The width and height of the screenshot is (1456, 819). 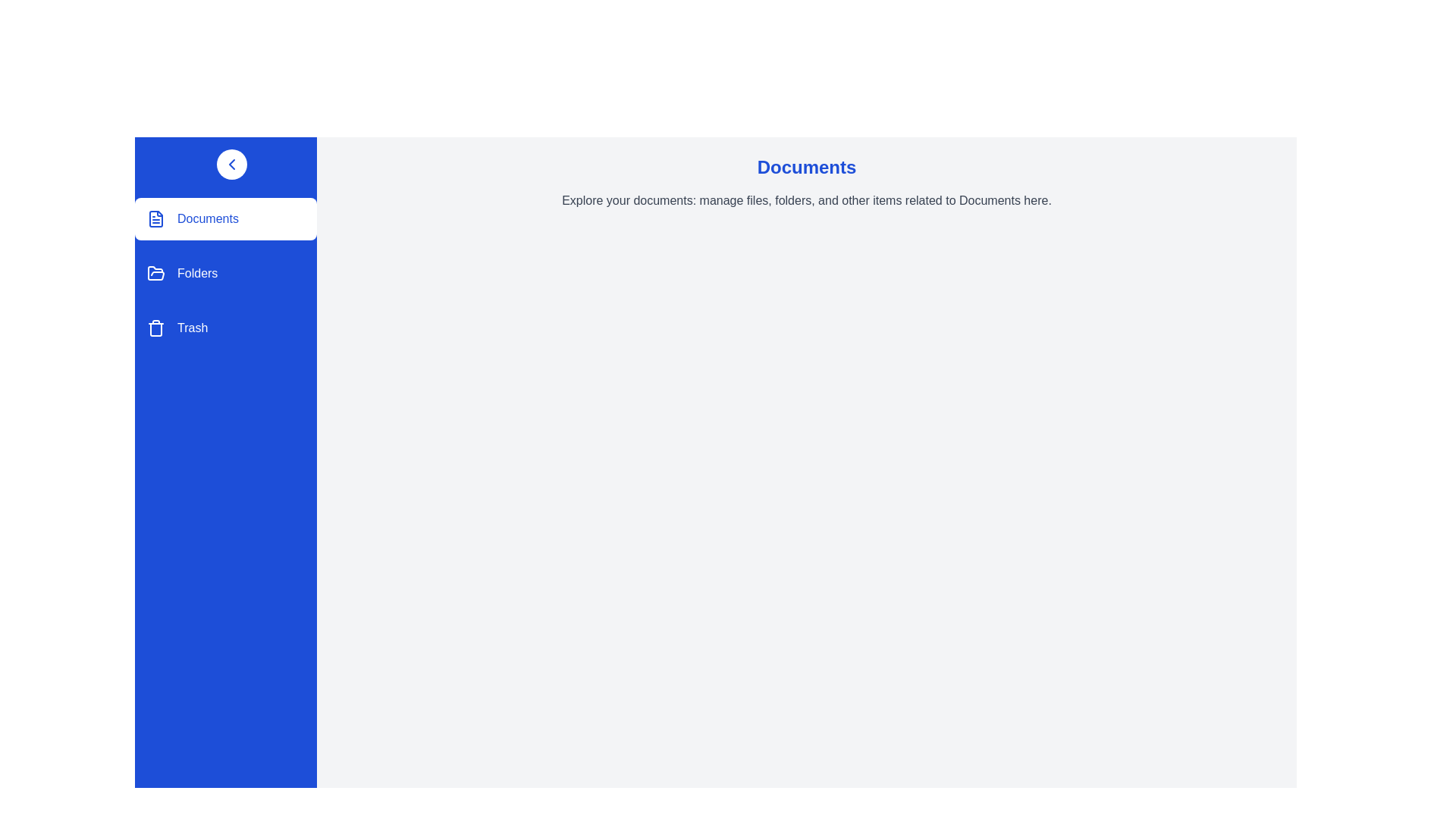 I want to click on toggle button to change the drawer's open/close state, so click(x=231, y=164).